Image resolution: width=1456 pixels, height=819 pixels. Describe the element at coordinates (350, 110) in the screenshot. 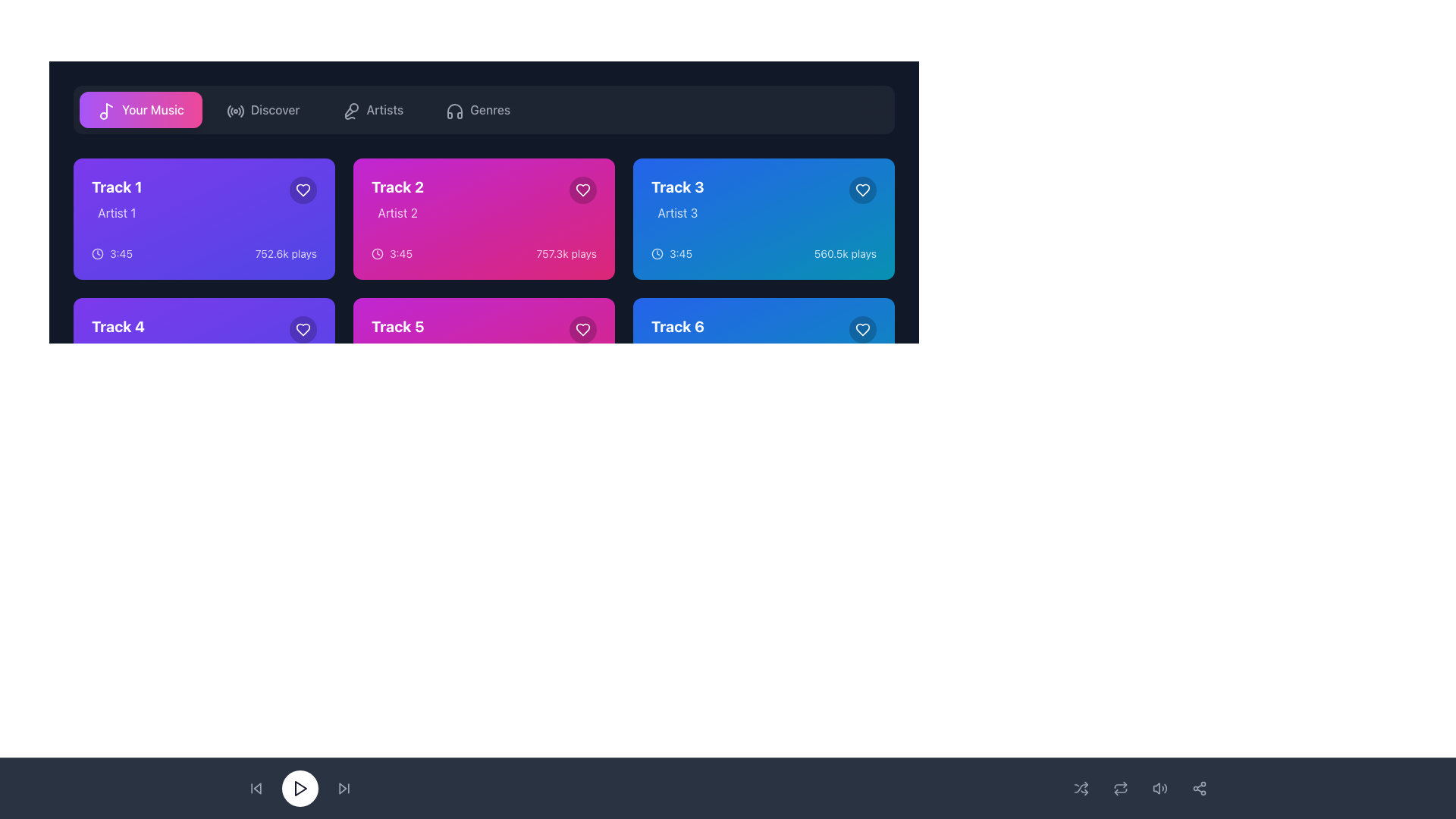

I see `the artist-related content icon located in the horizontal navigation bar, positioned to the right of 'Discover' and left of 'Genres'` at that location.